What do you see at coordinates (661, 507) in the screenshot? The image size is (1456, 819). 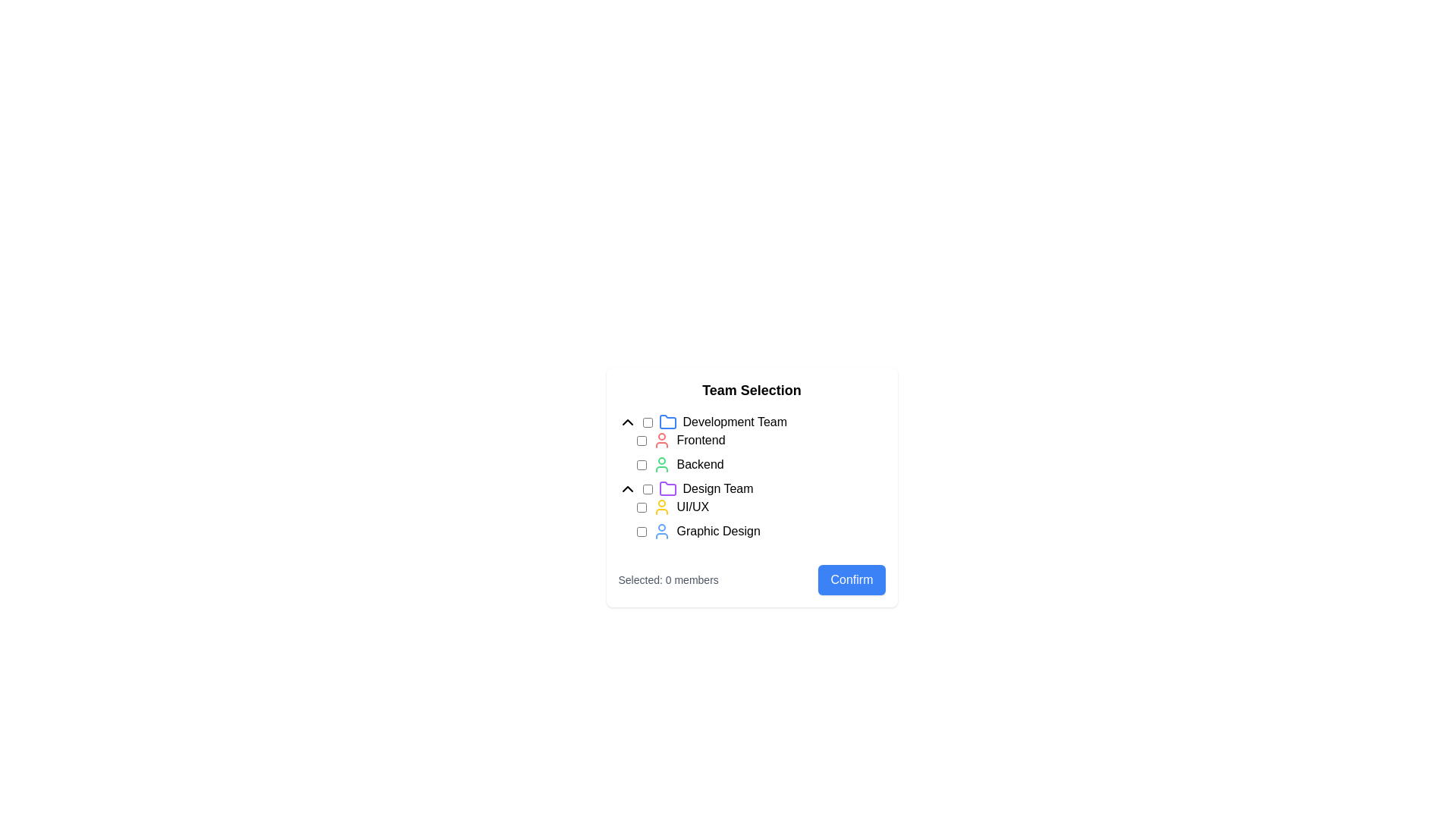 I see `the user icon, which is represented as a yellow silhouette with a circular head and semi-oval body, located in the 'Design Team' section, to the right of a checkbox and left of the text 'UI/UX'` at bounding box center [661, 507].